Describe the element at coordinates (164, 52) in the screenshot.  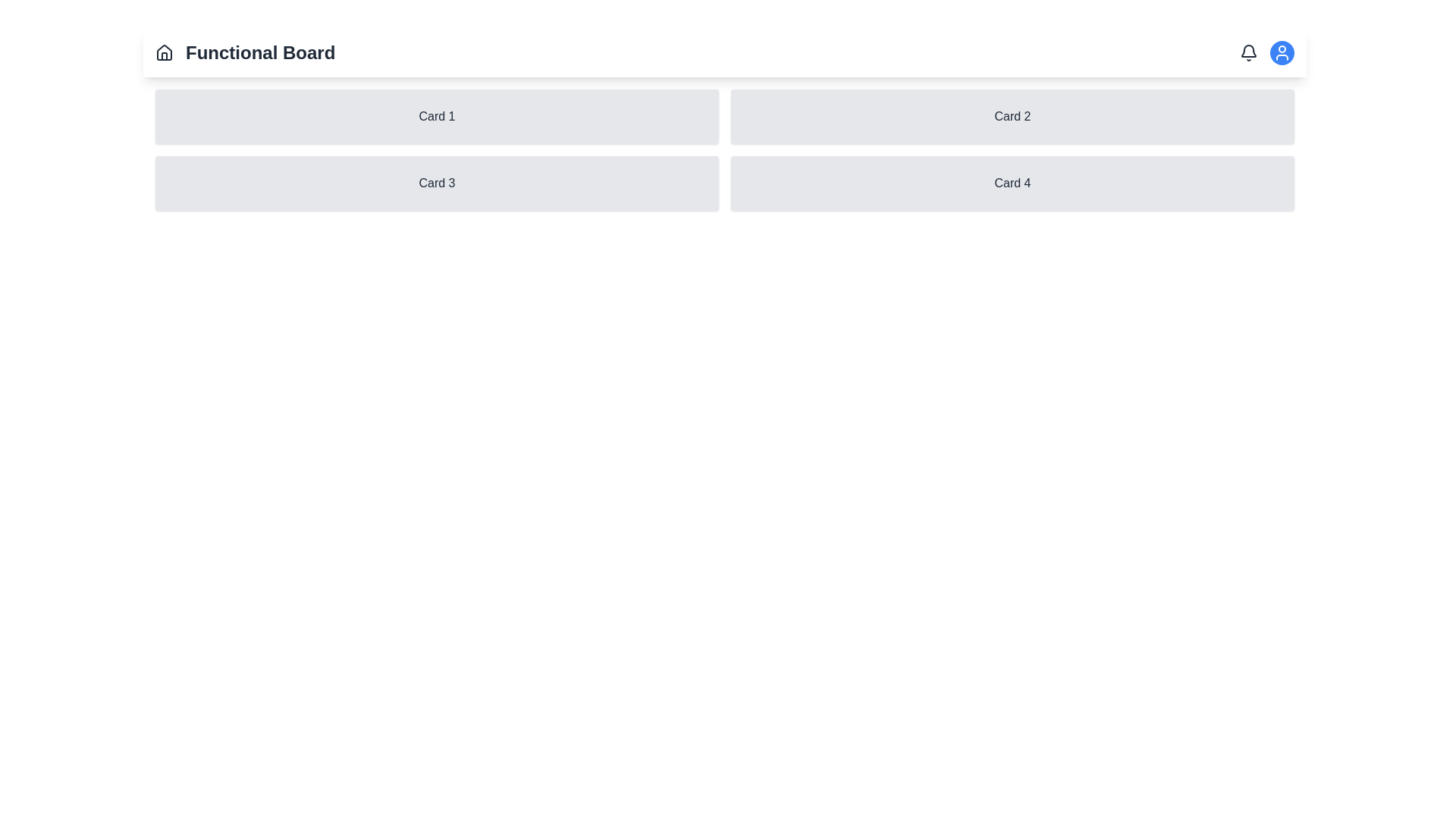
I see `the house icon located to the left of the 'Functional Board' text in the header section` at that location.